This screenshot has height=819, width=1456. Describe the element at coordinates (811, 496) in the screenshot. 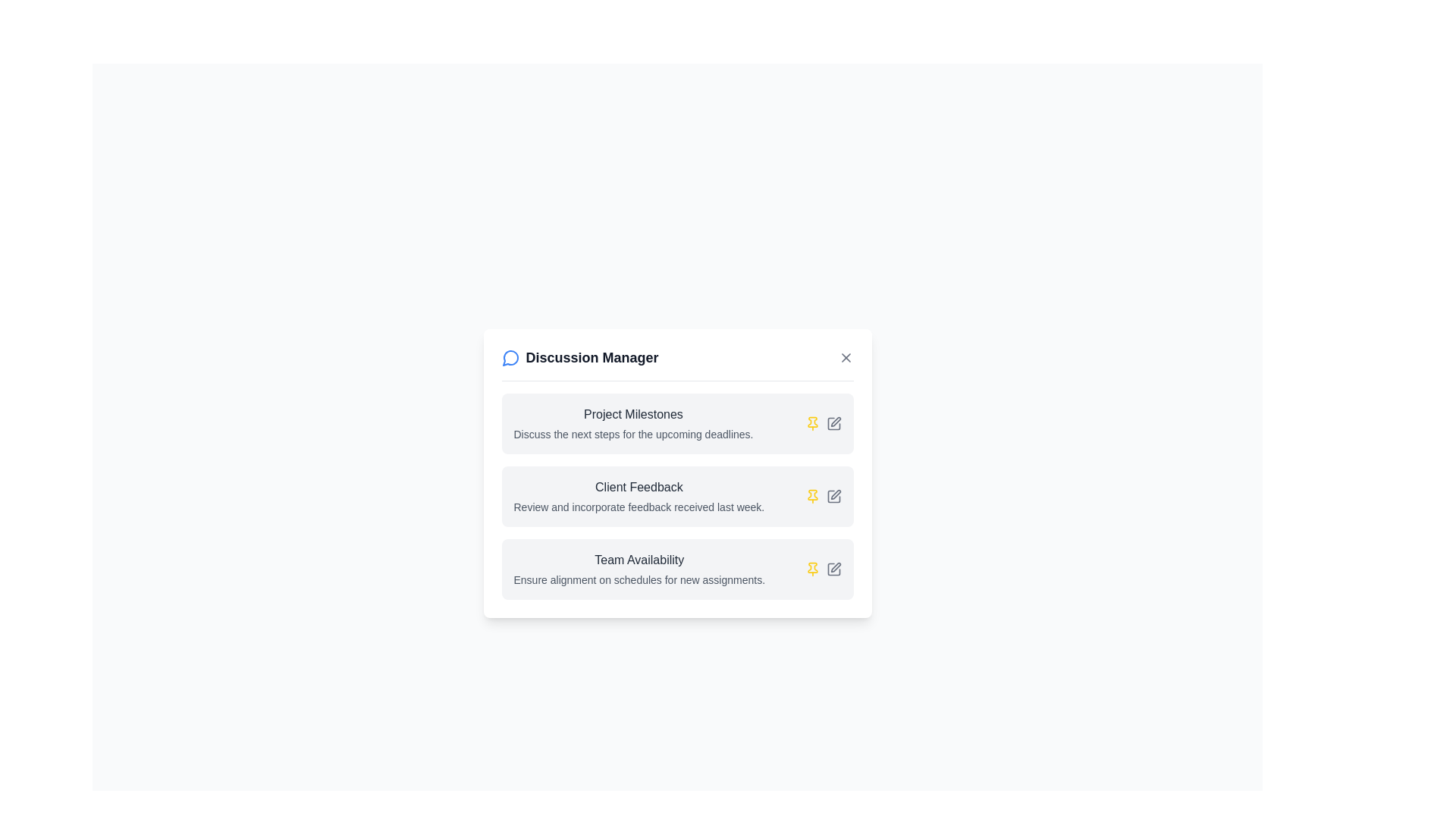

I see `the button located to the right of 'Client Feedback' and to the left of the edit icon` at that location.